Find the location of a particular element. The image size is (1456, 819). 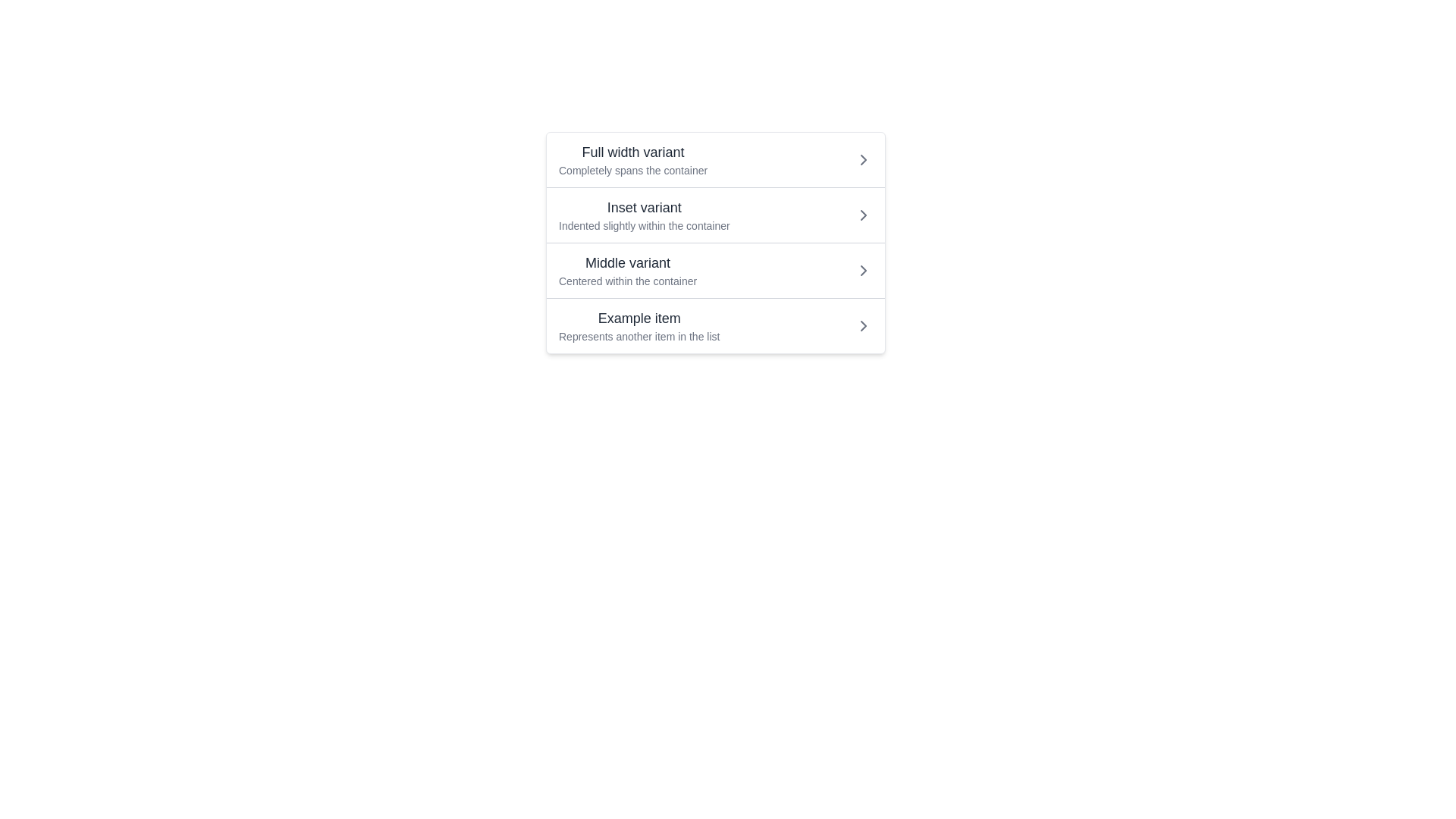

the list item labeled 'Example item' is located at coordinates (639, 325).